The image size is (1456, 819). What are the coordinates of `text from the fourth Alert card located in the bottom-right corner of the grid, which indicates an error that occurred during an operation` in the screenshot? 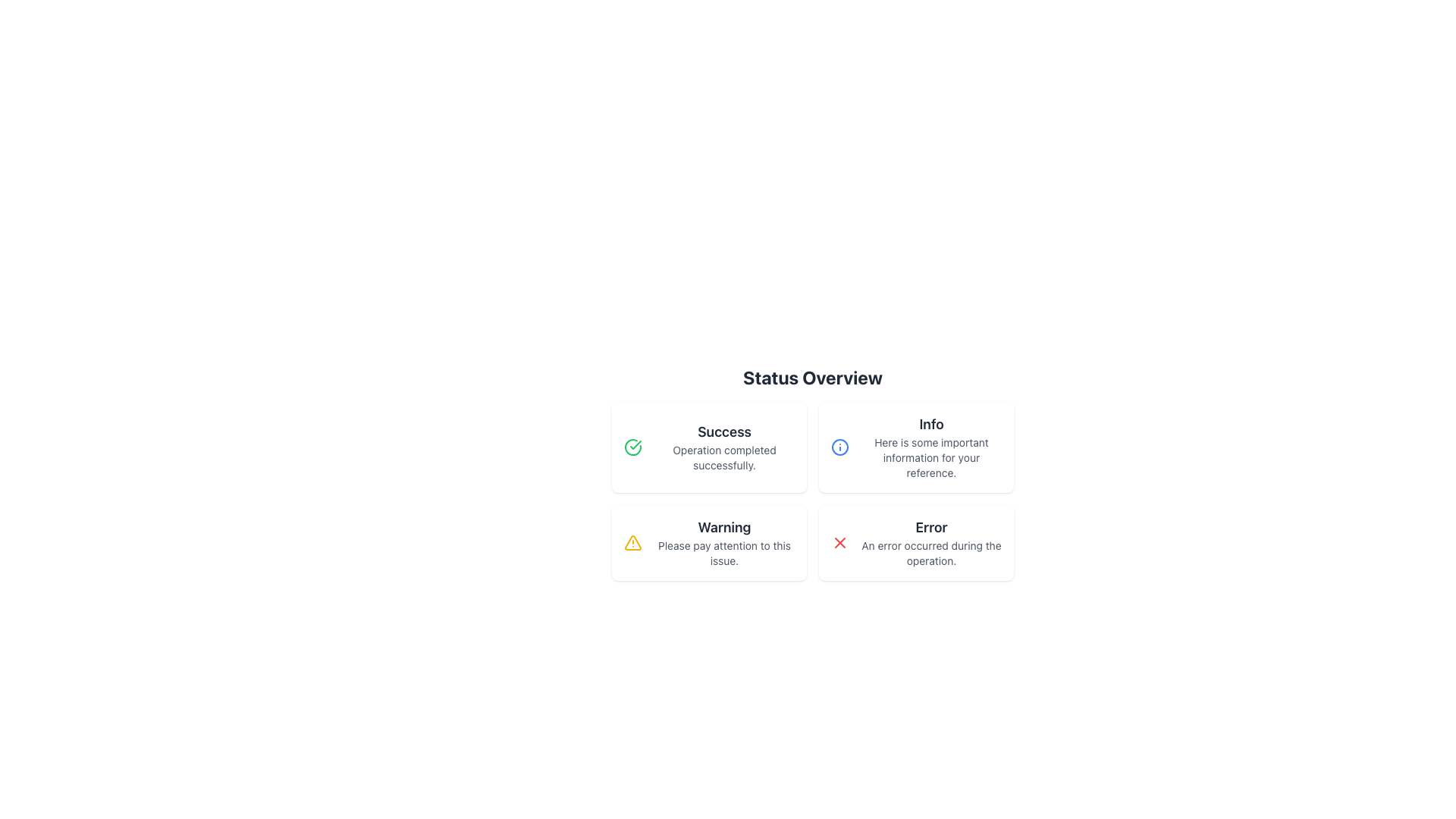 It's located at (930, 542).